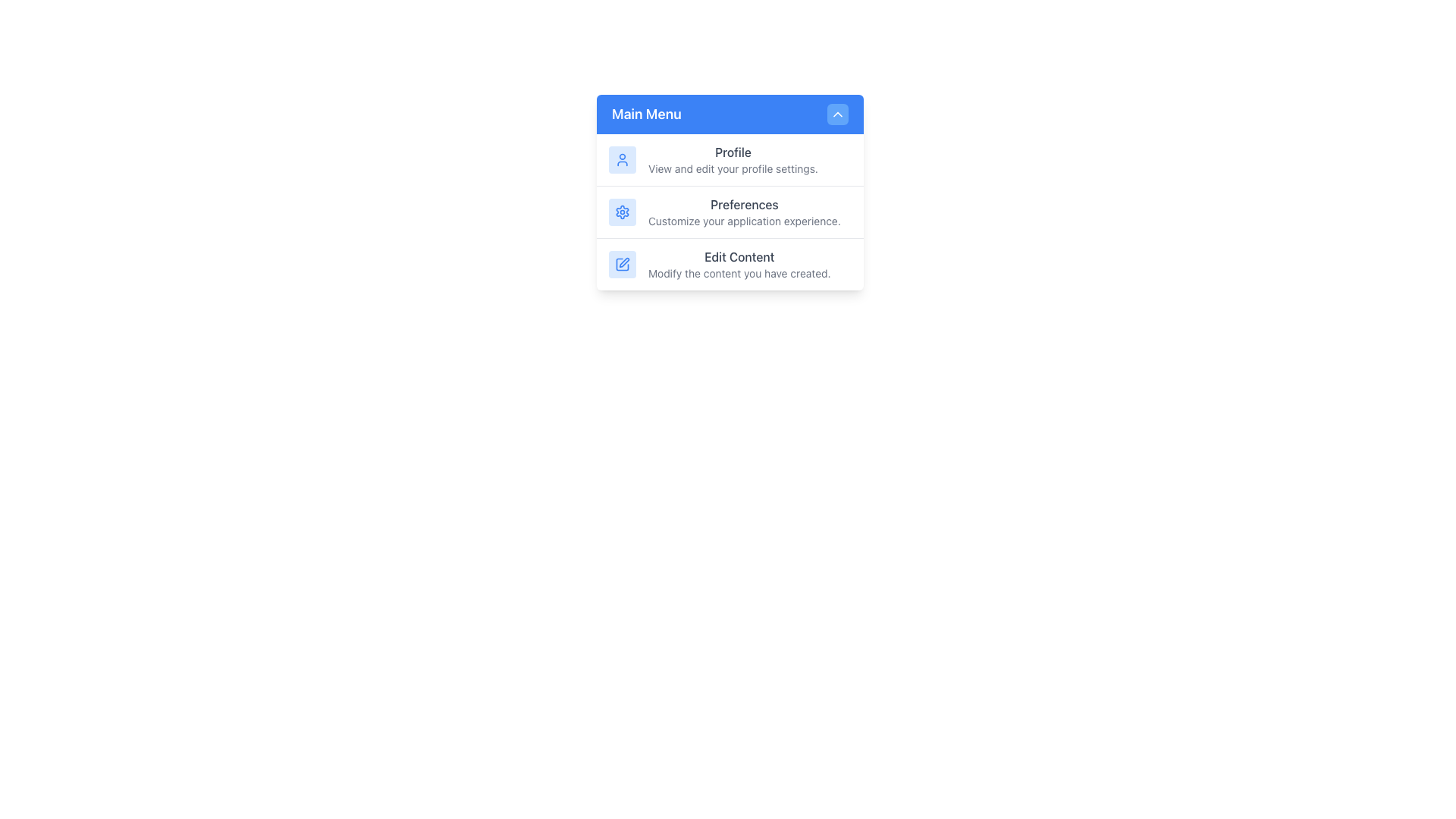 This screenshot has height=819, width=1456. What do you see at coordinates (733, 152) in the screenshot?
I see `the 'Profile' section text label, which is positioned at the top of the menu list below the 'Main Menu' header` at bounding box center [733, 152].